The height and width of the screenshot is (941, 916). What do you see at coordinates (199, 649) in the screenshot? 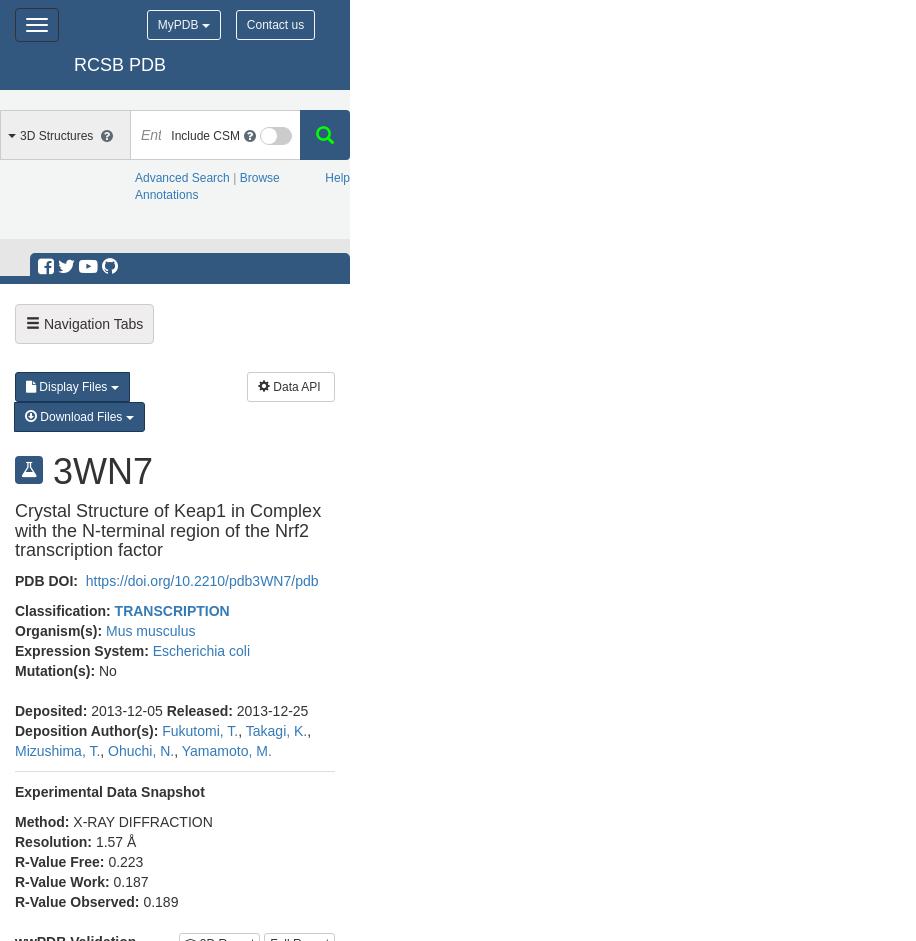
I see `'Escherichia coli'` at bounding box center [199, 649].